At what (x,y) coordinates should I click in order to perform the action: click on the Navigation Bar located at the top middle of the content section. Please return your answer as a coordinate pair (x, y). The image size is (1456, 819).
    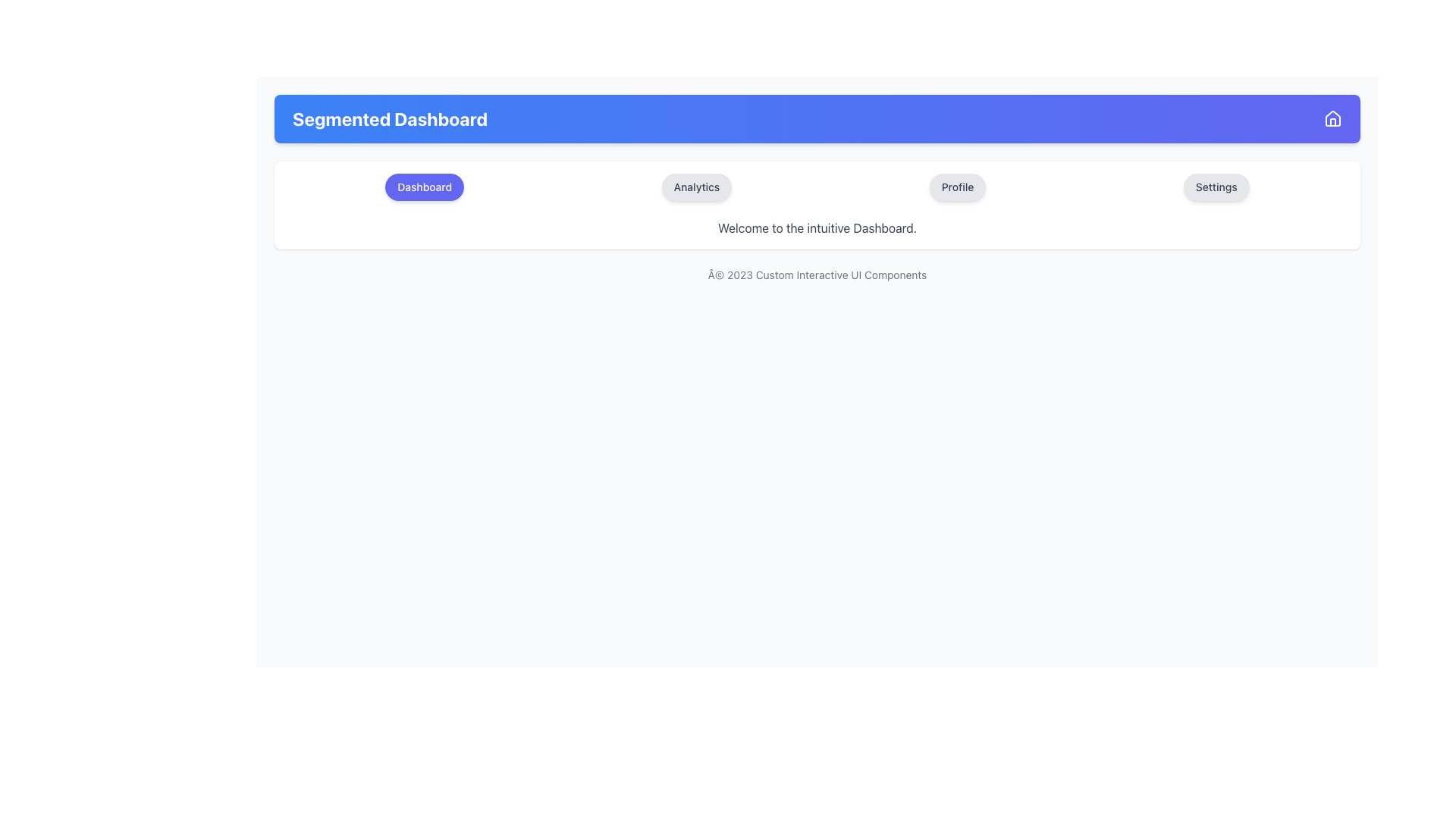
    Looking at the image, I should click on (817, 186).